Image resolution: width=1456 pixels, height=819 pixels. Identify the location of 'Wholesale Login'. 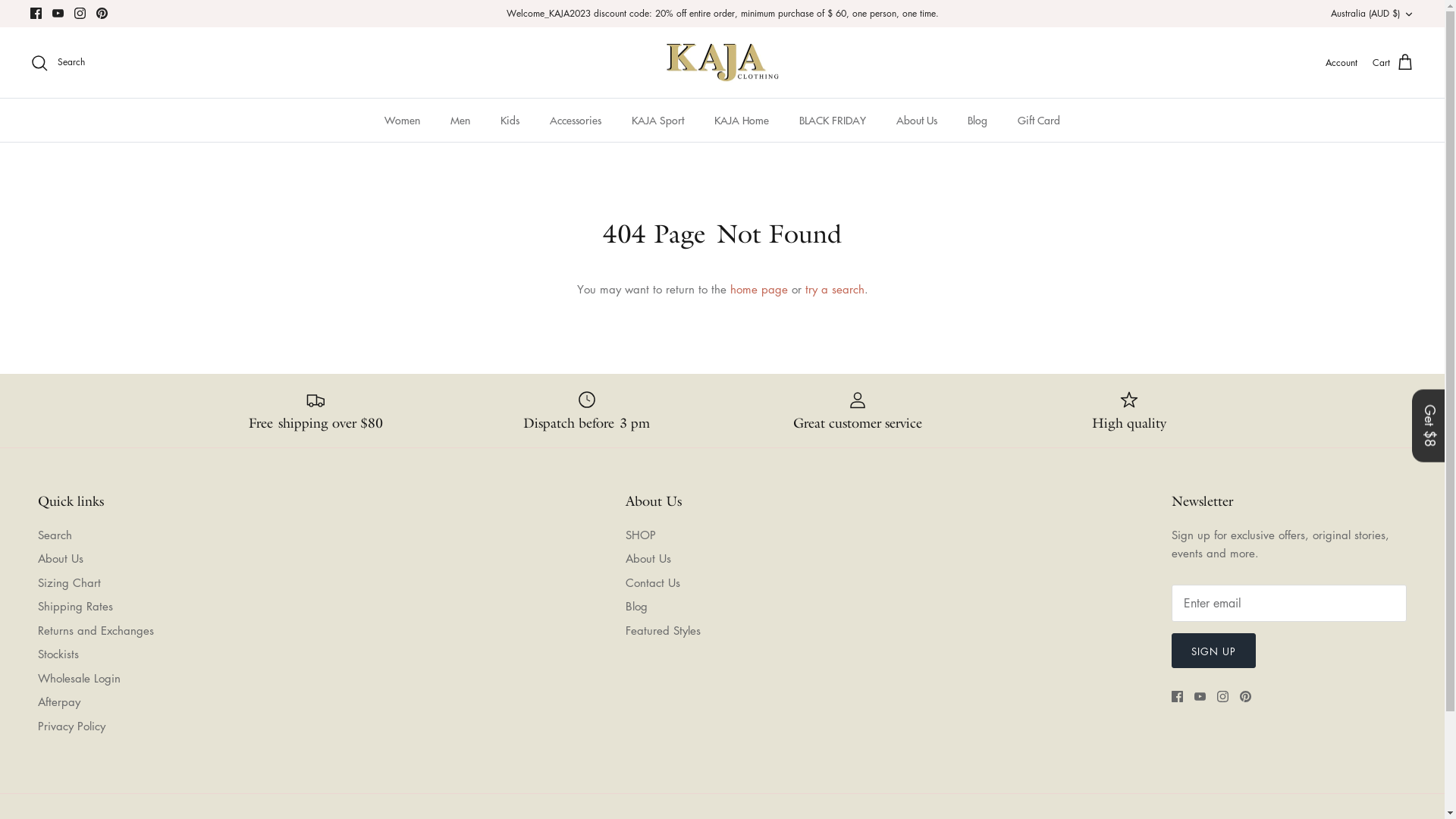
(78, 677).